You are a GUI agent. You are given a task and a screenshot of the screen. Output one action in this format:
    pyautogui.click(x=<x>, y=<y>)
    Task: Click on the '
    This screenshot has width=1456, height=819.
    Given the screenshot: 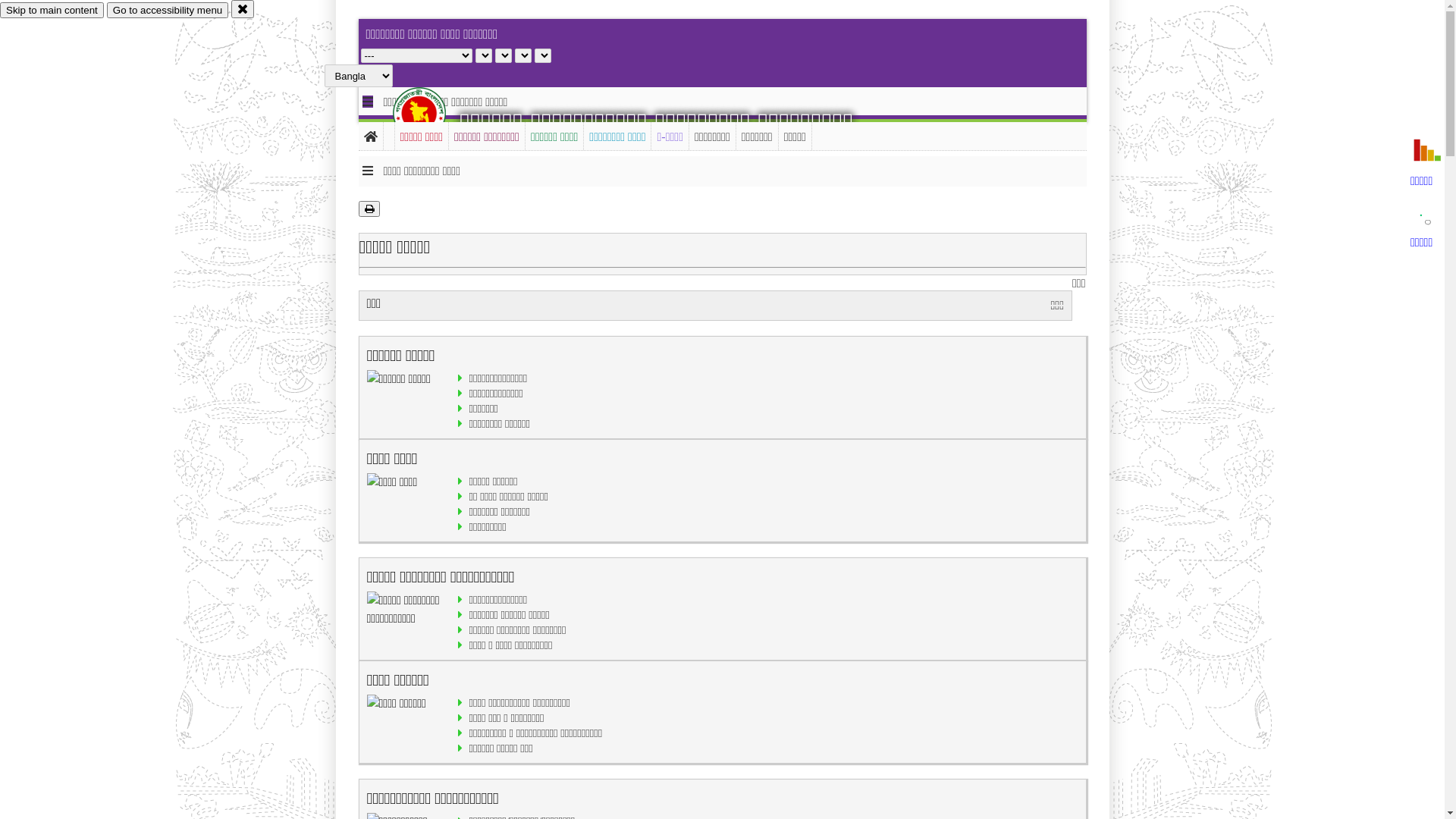 What is the action you would take?
    pyautogui.click(x=431, y=112)
    